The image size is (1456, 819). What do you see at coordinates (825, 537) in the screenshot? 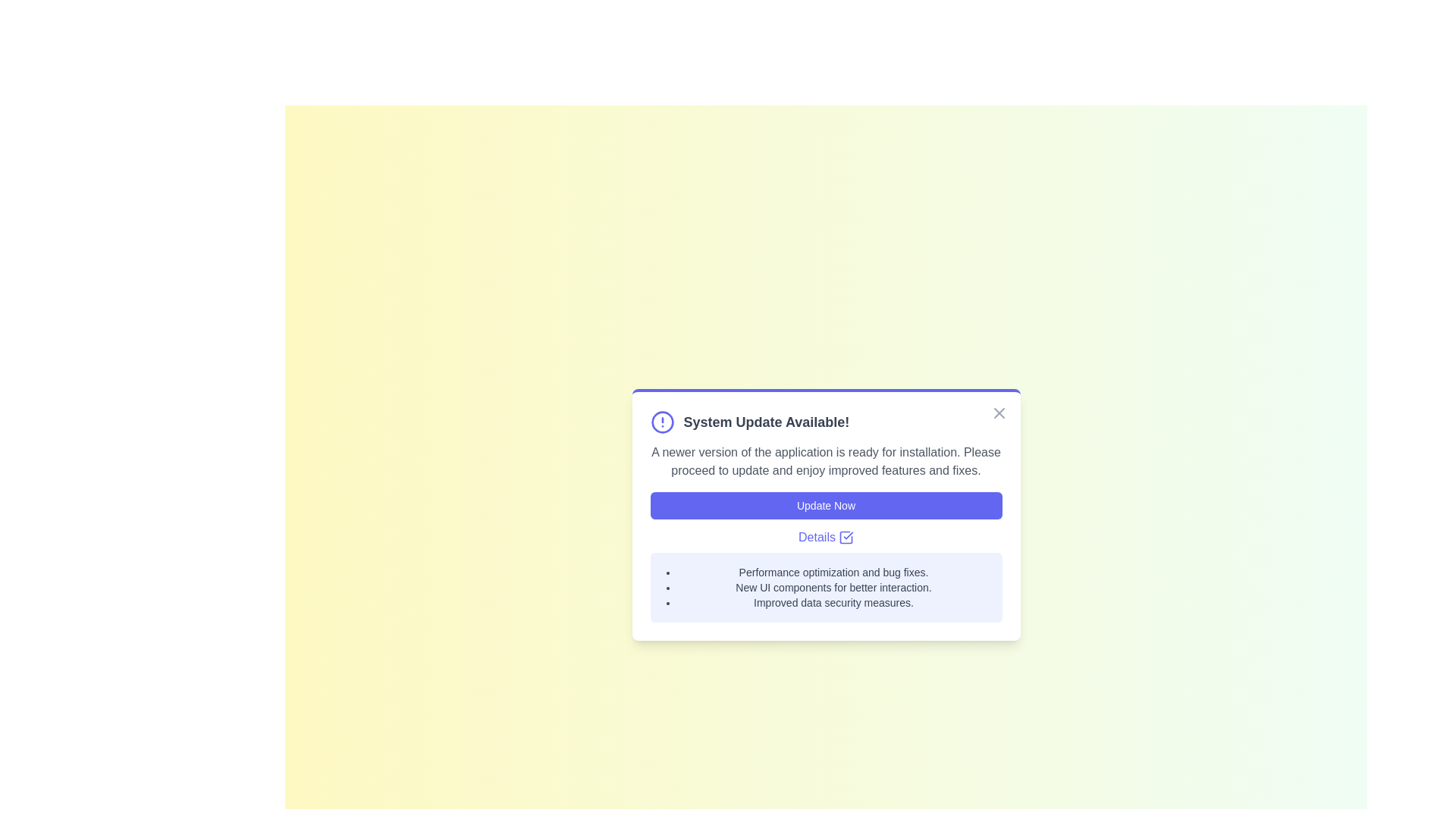
I see `the 'Details' button to toggle the visibility of the details section` at bounding box center [825, 537].